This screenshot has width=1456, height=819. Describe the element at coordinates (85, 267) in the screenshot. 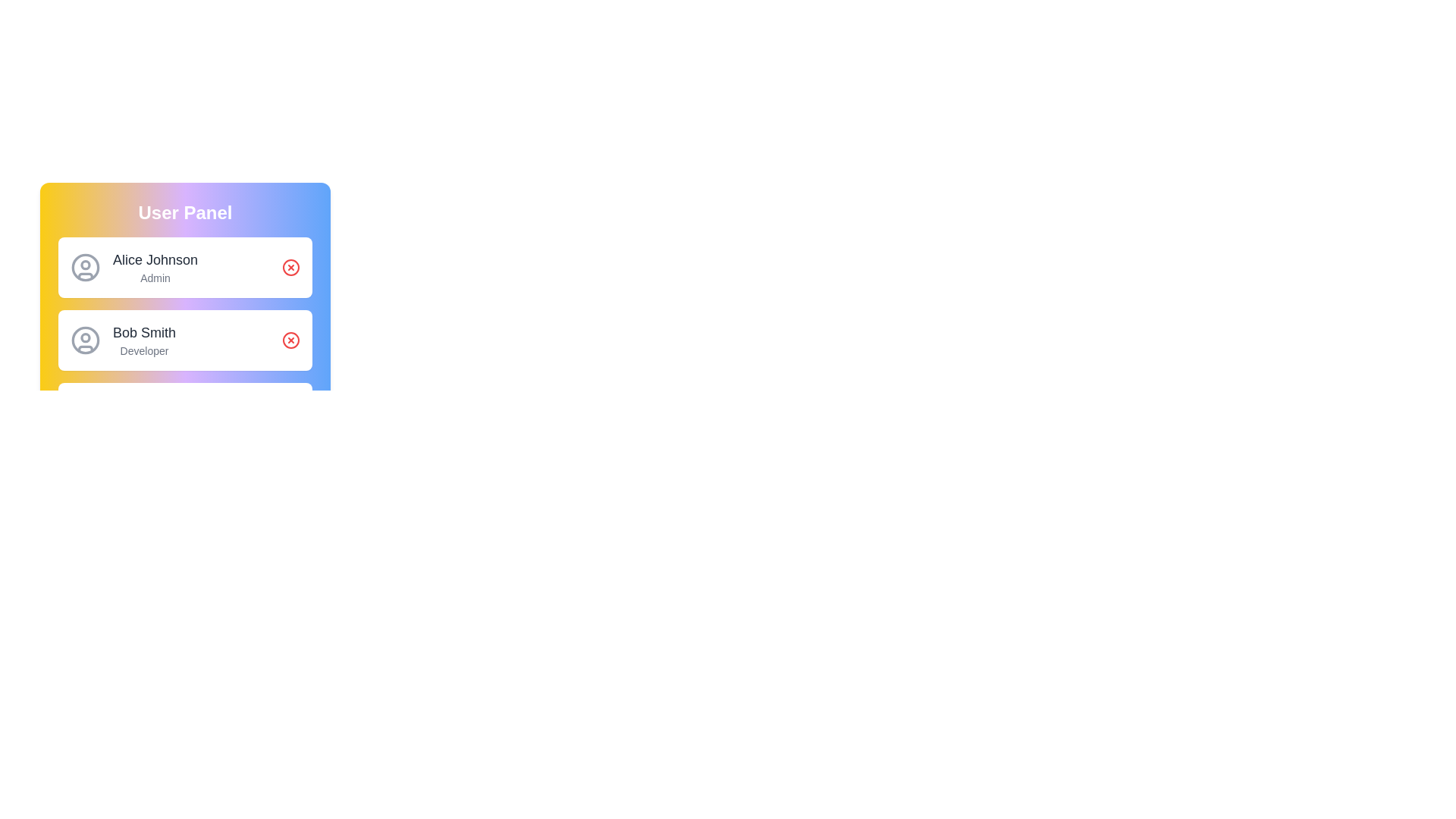

I see `the user profile icon for 'Alice Johnson' located at the top-left corner of the user card, which helps in distinguishing different users` at that location.